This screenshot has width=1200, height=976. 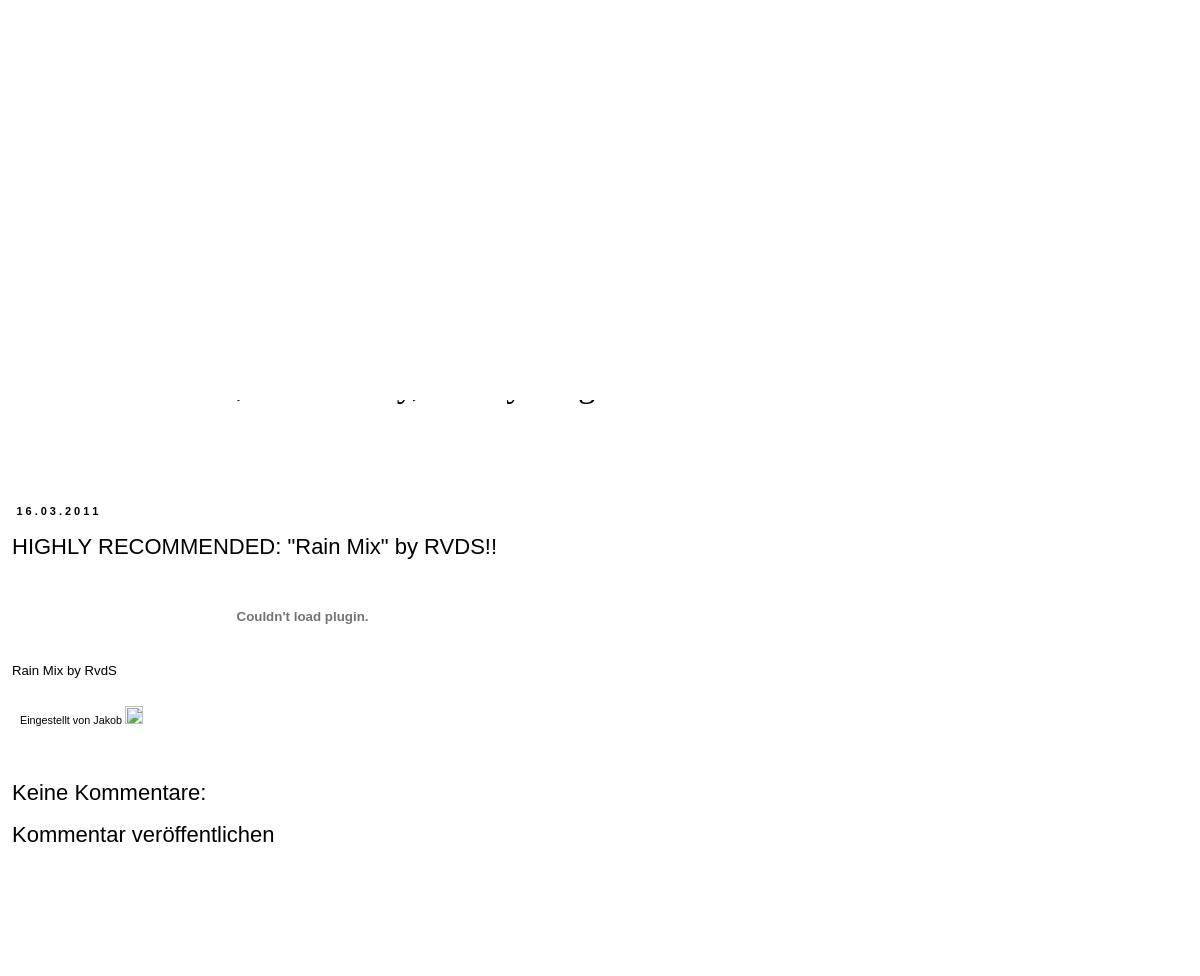 I want to click on 'Rain Mix', so click(x=12, y=669).